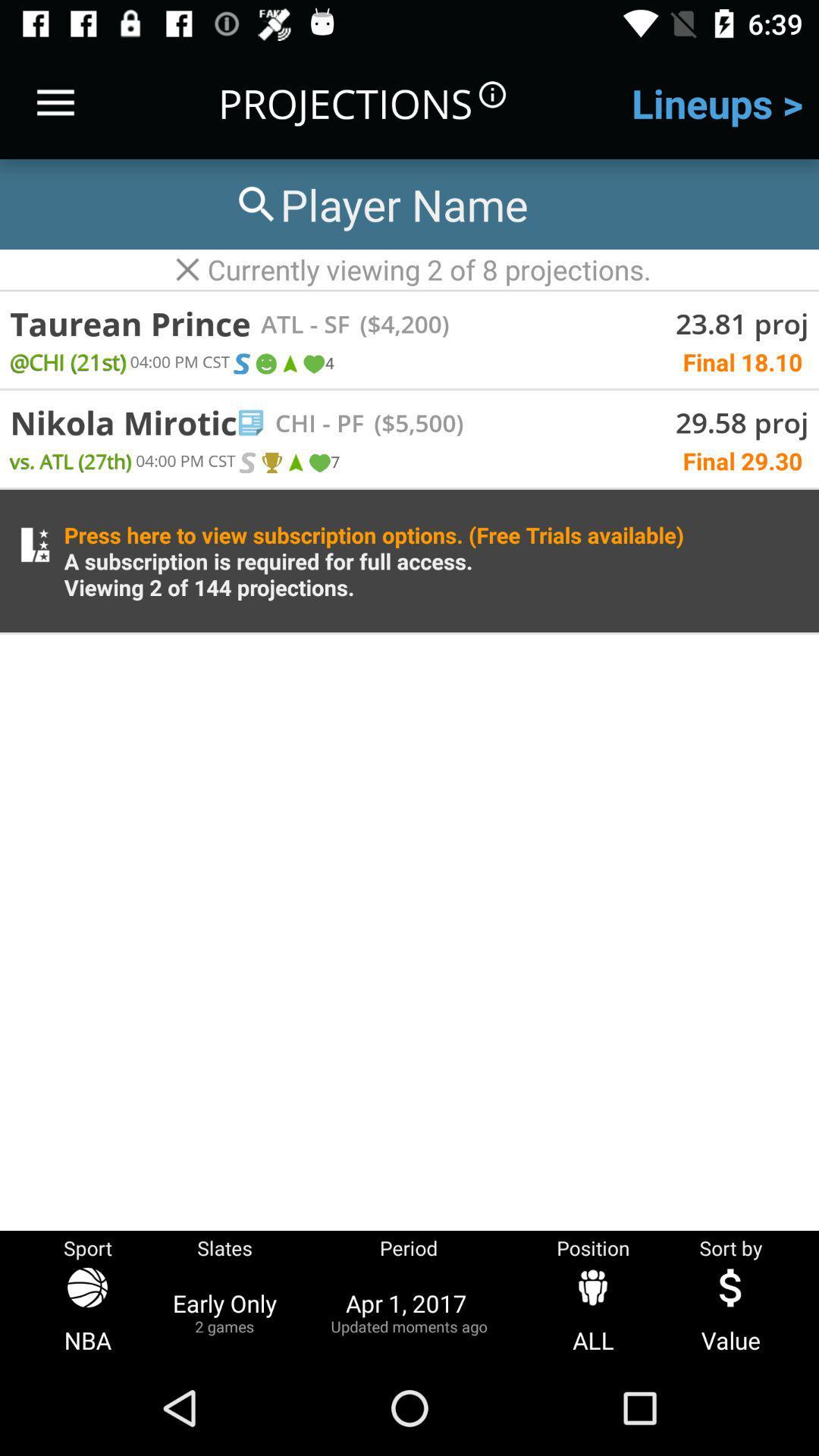  What do you see at coordinates (379, 203) in the screenshot?
I see `typing bar for name` at bounding box center [379, 203].